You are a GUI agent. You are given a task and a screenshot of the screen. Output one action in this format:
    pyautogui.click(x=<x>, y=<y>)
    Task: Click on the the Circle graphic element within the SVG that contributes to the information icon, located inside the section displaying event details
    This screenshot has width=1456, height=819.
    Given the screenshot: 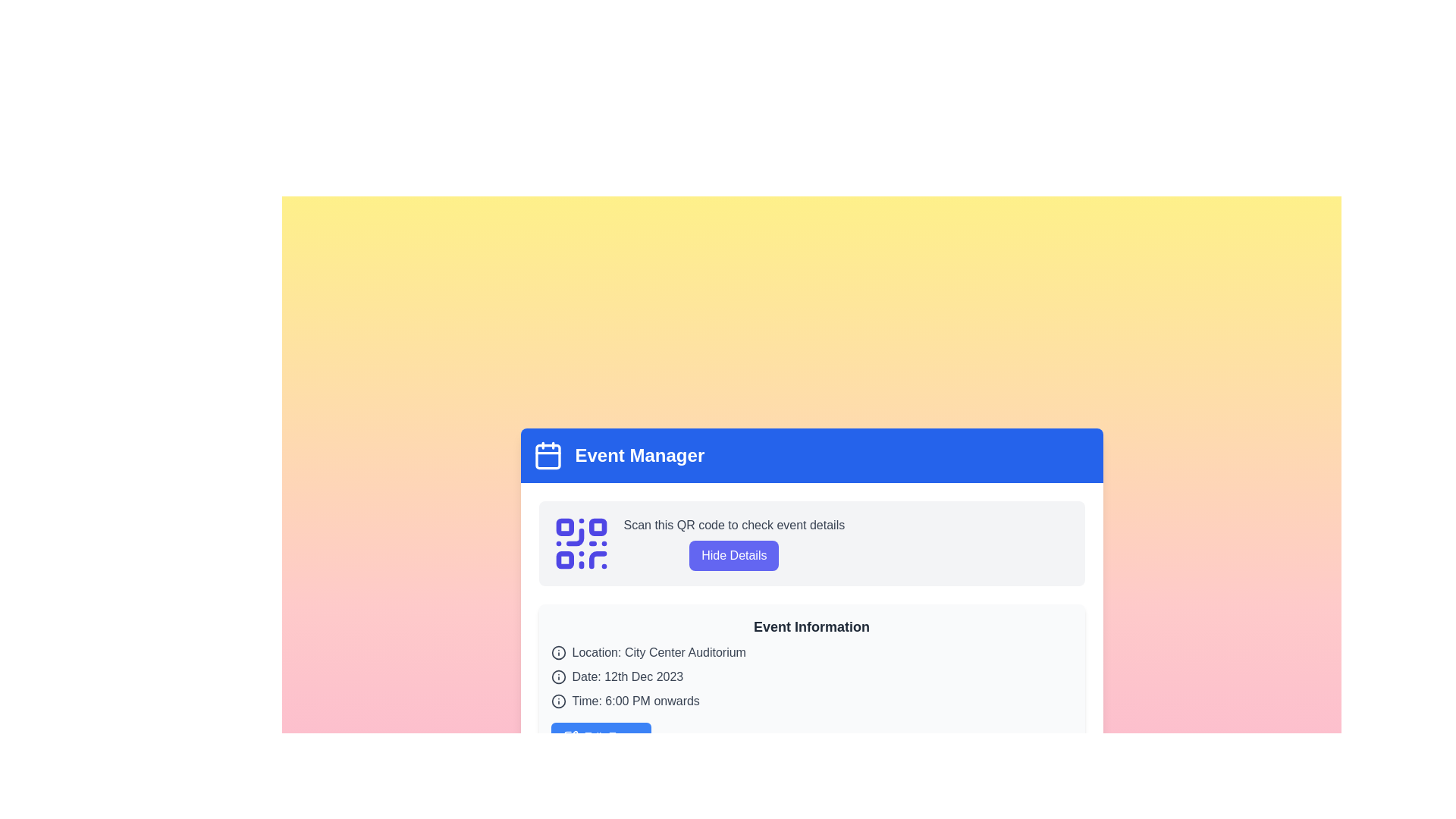 What is the action you would take?
    pyautogui.click(x=557, y=676)
    